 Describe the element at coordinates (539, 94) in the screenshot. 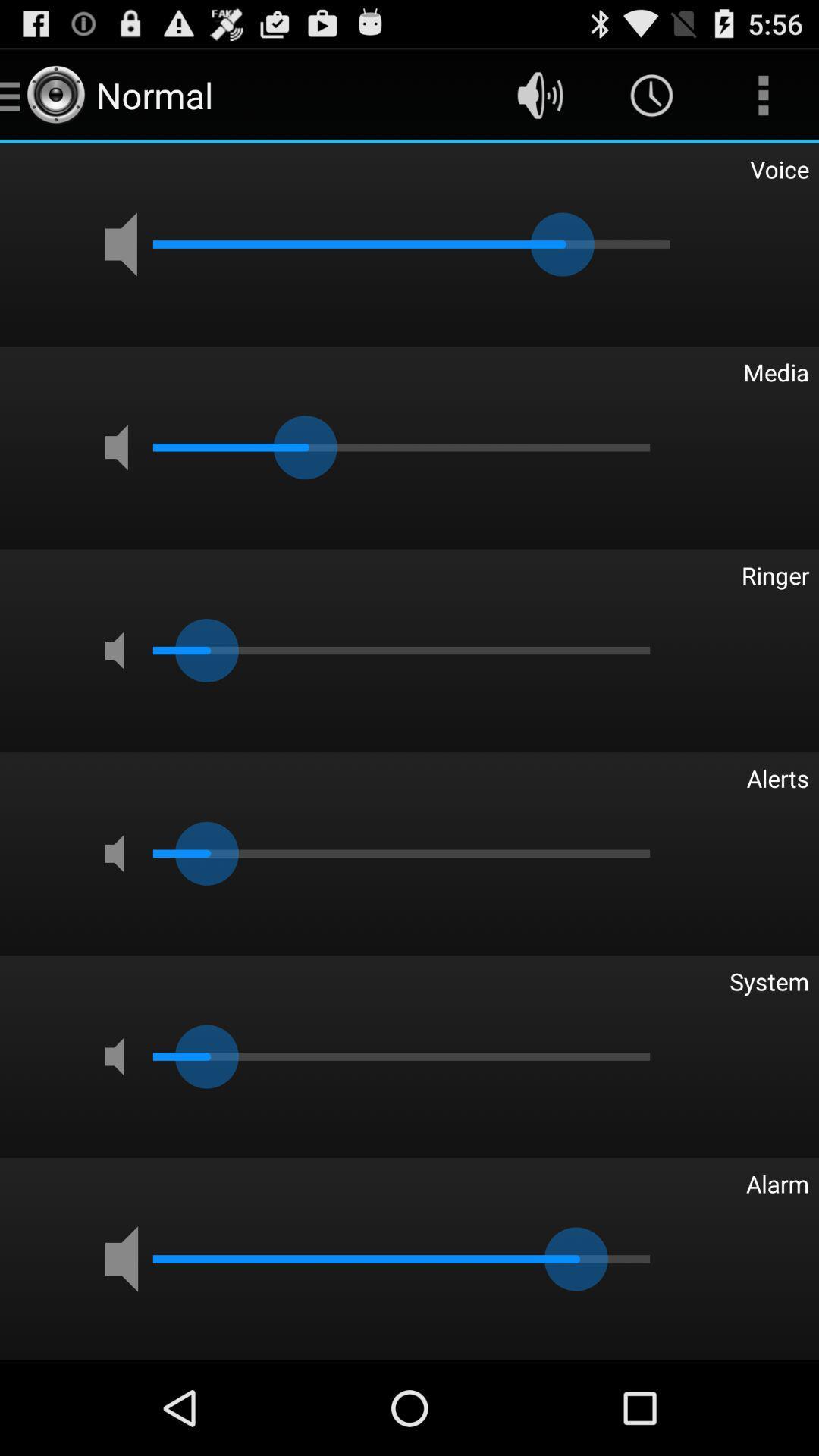

I see `the item to the right of normal app` at that location.